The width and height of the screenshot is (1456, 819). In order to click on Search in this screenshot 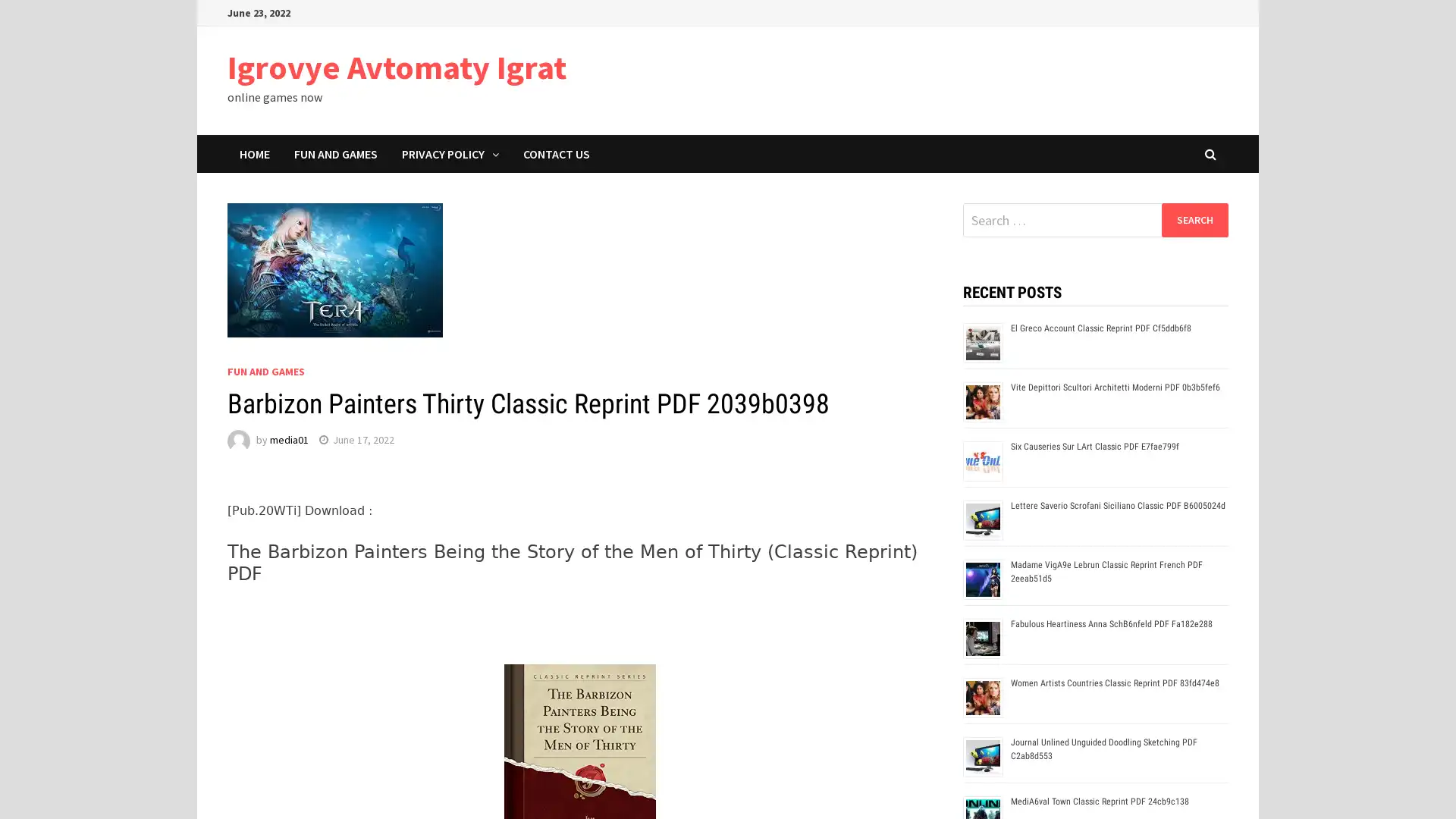, I will do `click(1194, 219)`.